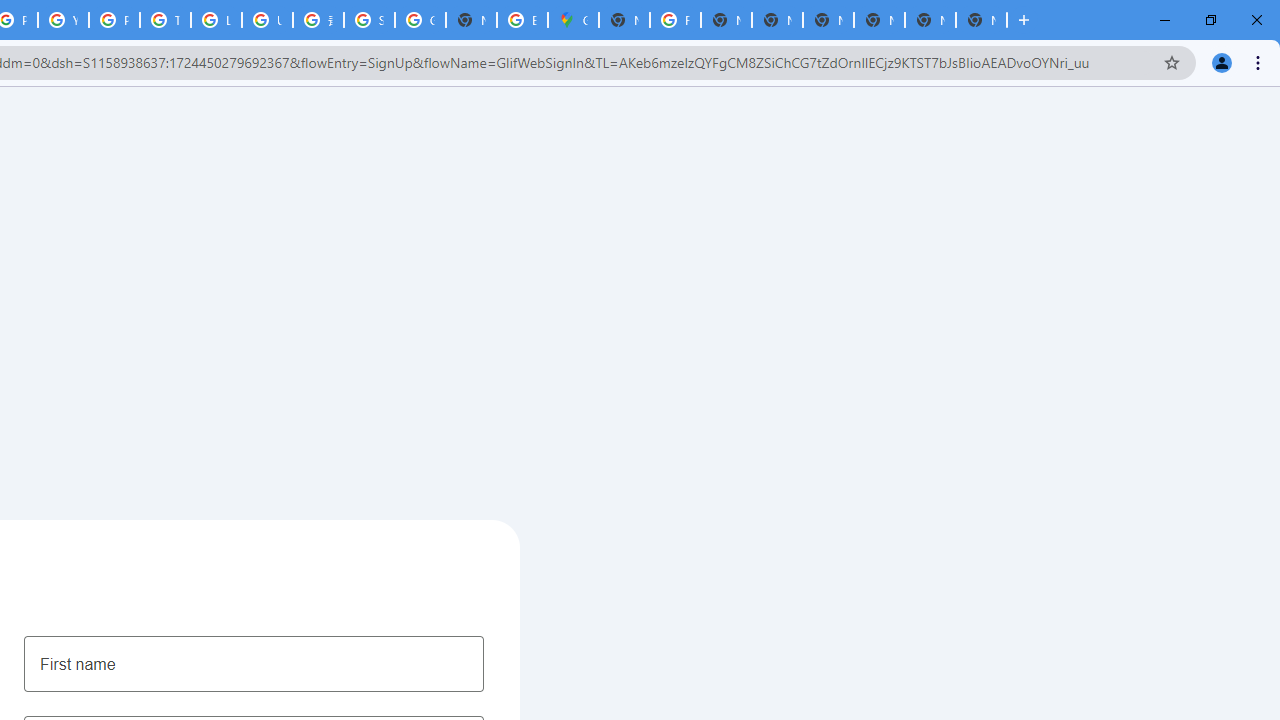 Image resolution: width=1280 pixels, height=720 pixels. What do you see at coordinates (929, 20) in the screenshot?
I see `'New Tab'` at bounding box center [929, 20].